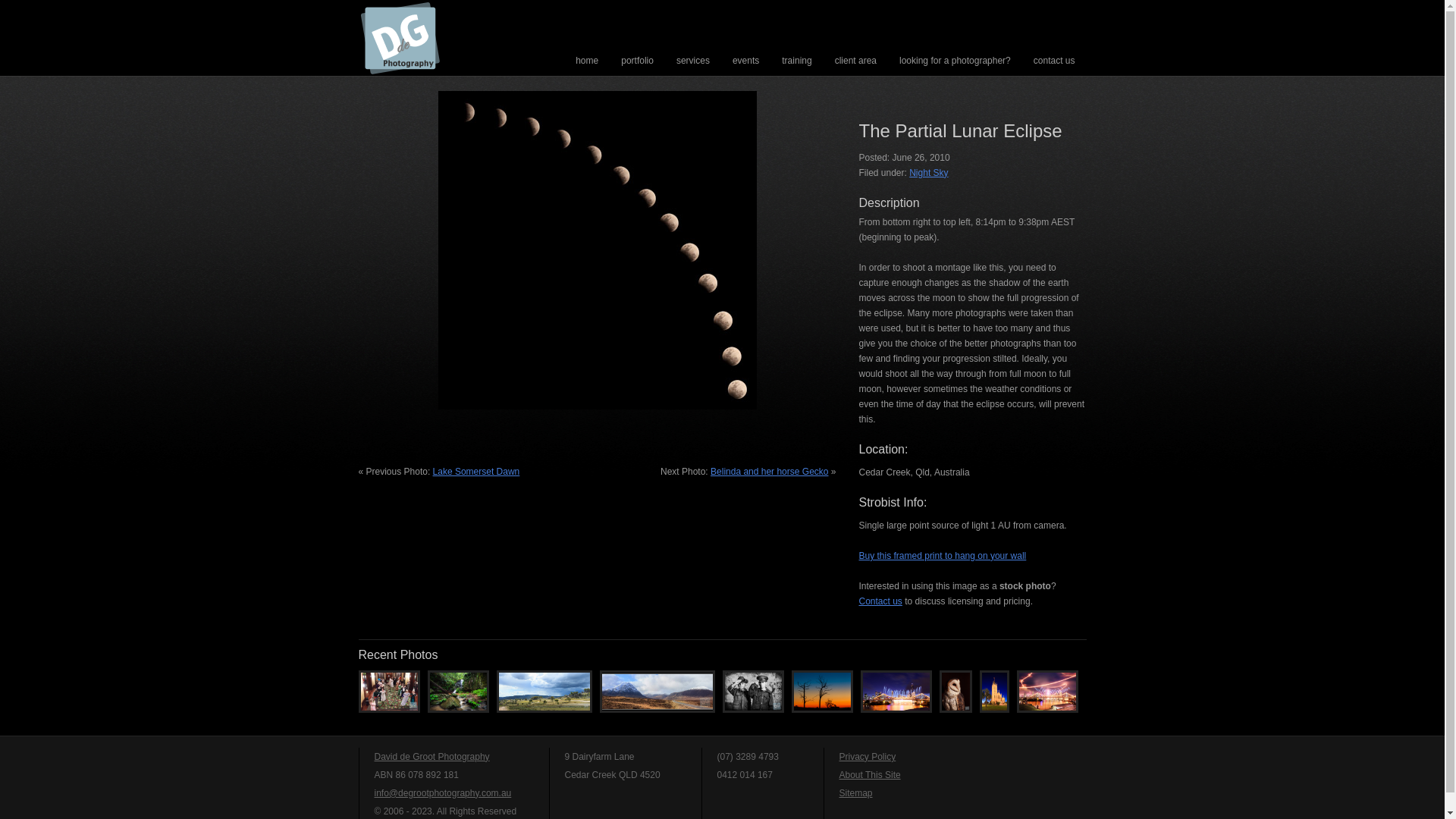  What do you see at coordinates (941, 555) in the screenshot?
I see `'Buy this framed print to hang on your wall'` at bounding box center [941, 555].